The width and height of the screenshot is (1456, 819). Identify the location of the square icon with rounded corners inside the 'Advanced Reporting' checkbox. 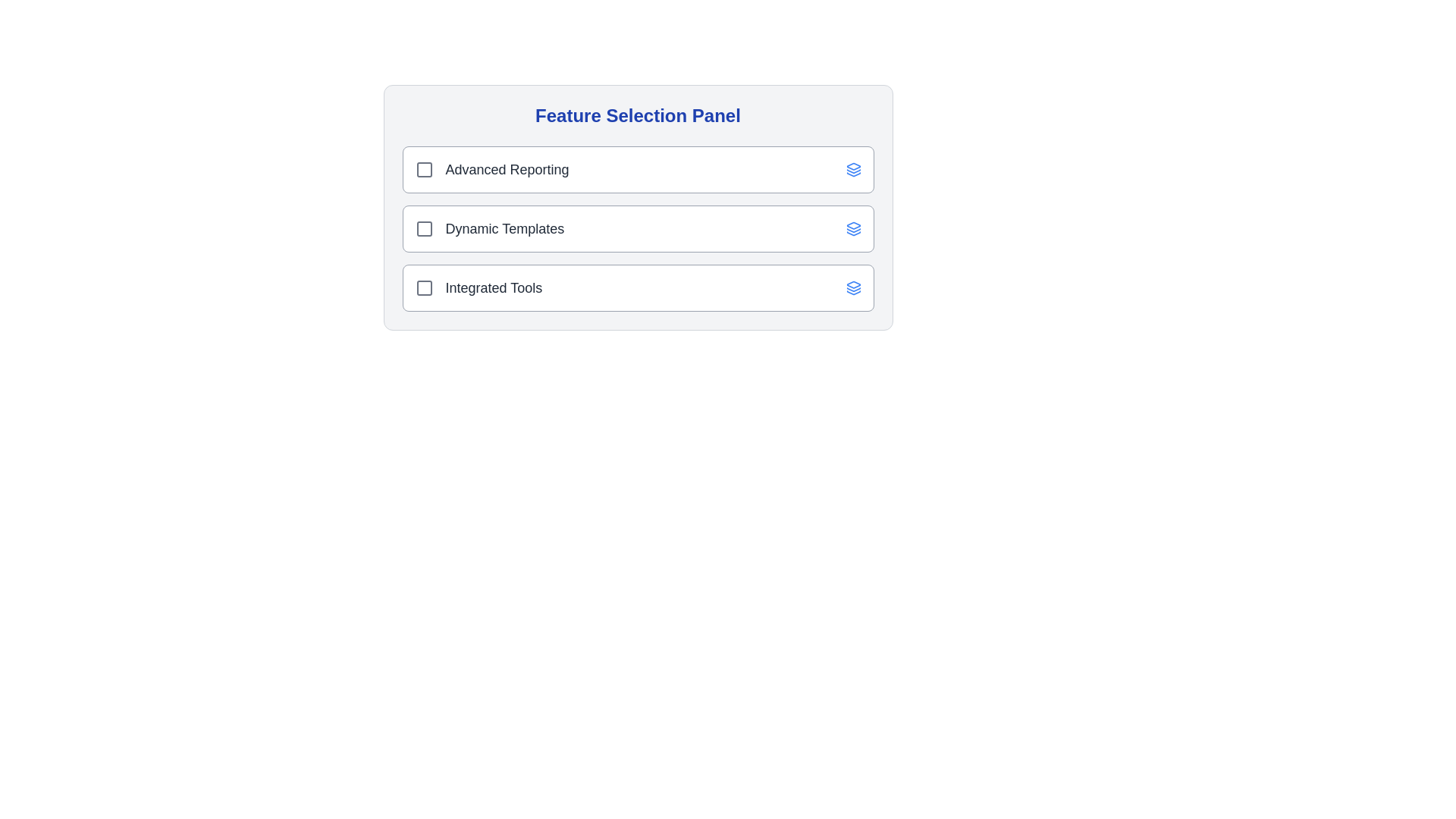
(424, 169).